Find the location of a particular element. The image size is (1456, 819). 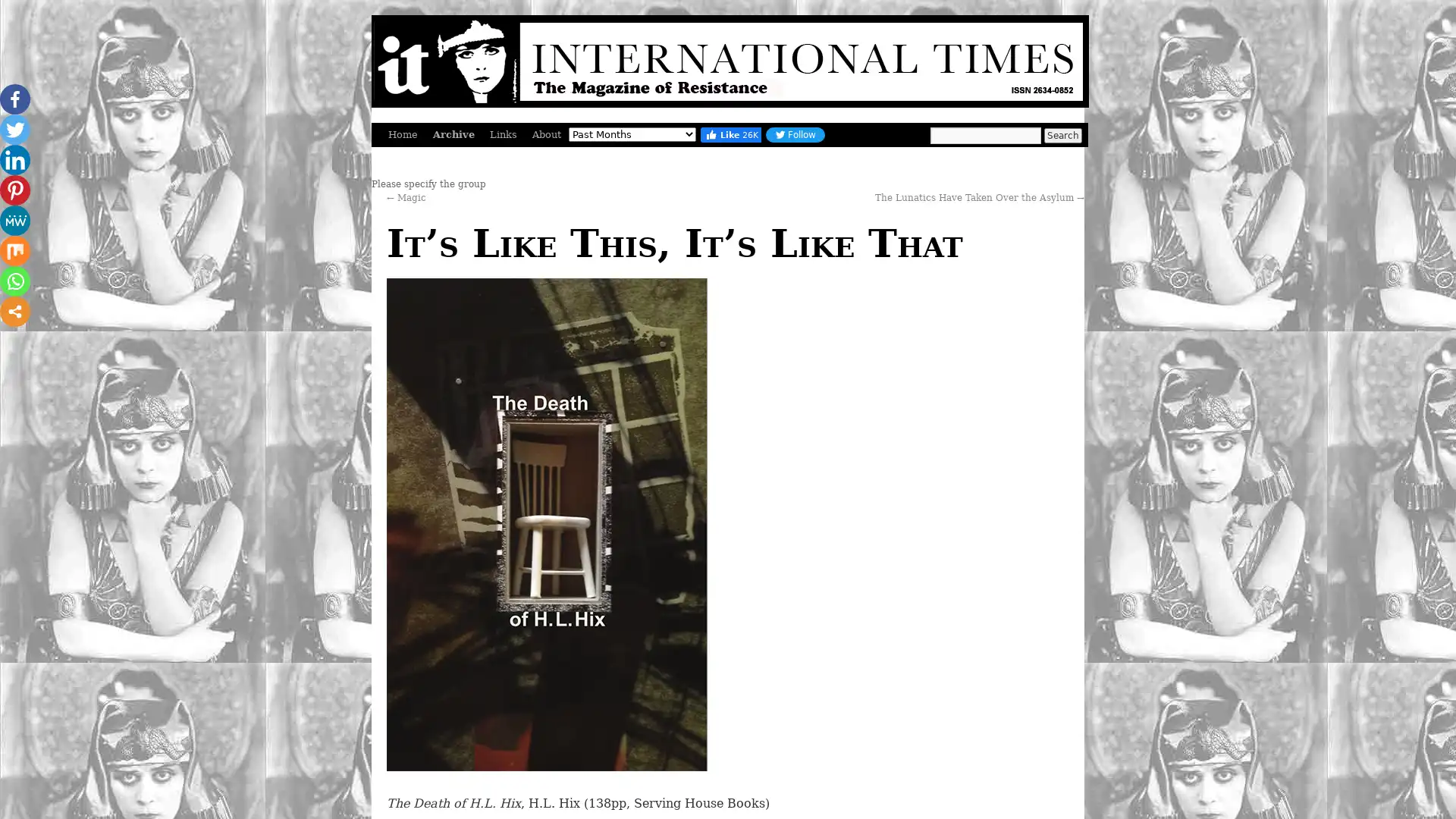

Search is located at coordinates (1062, 134).